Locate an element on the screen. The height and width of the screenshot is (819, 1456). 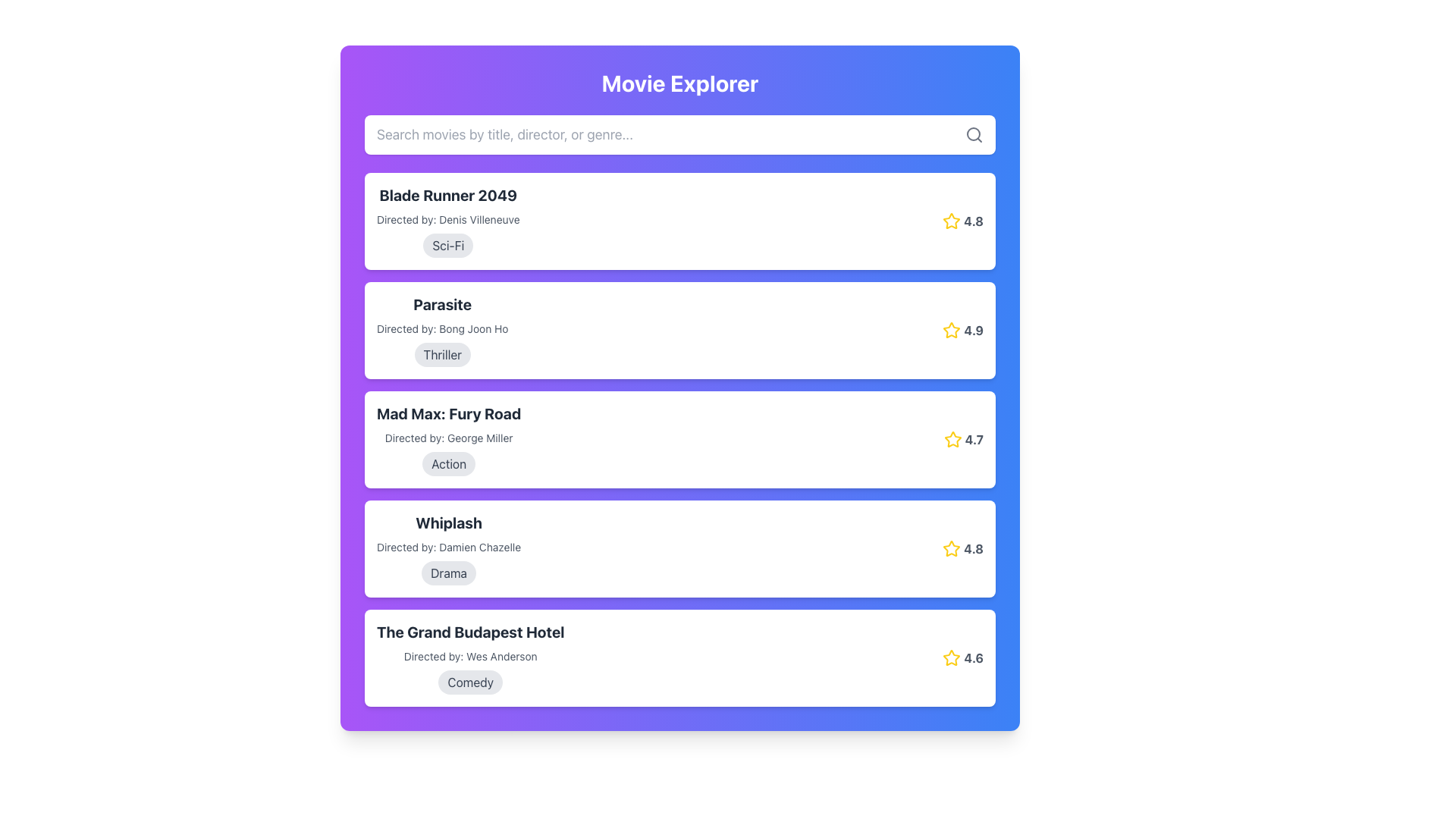
rating value displayed next to the yellow star icon, which shows '4.8' for the movie 'Blade Runner 2049' is located at coordinates (962, 221).